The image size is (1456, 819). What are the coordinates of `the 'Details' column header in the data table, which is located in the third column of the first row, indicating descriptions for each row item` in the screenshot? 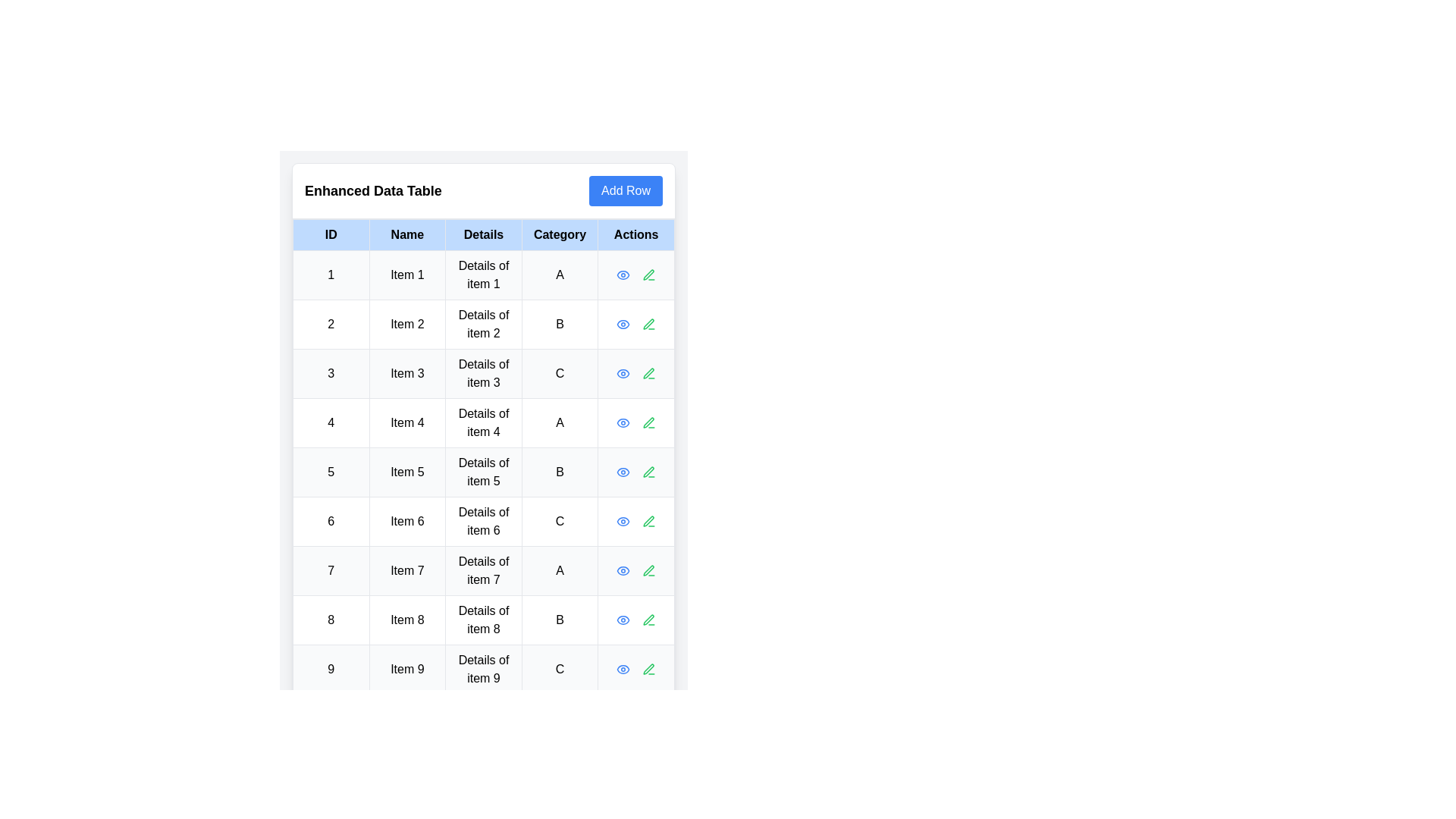 It's located at (483, 234).